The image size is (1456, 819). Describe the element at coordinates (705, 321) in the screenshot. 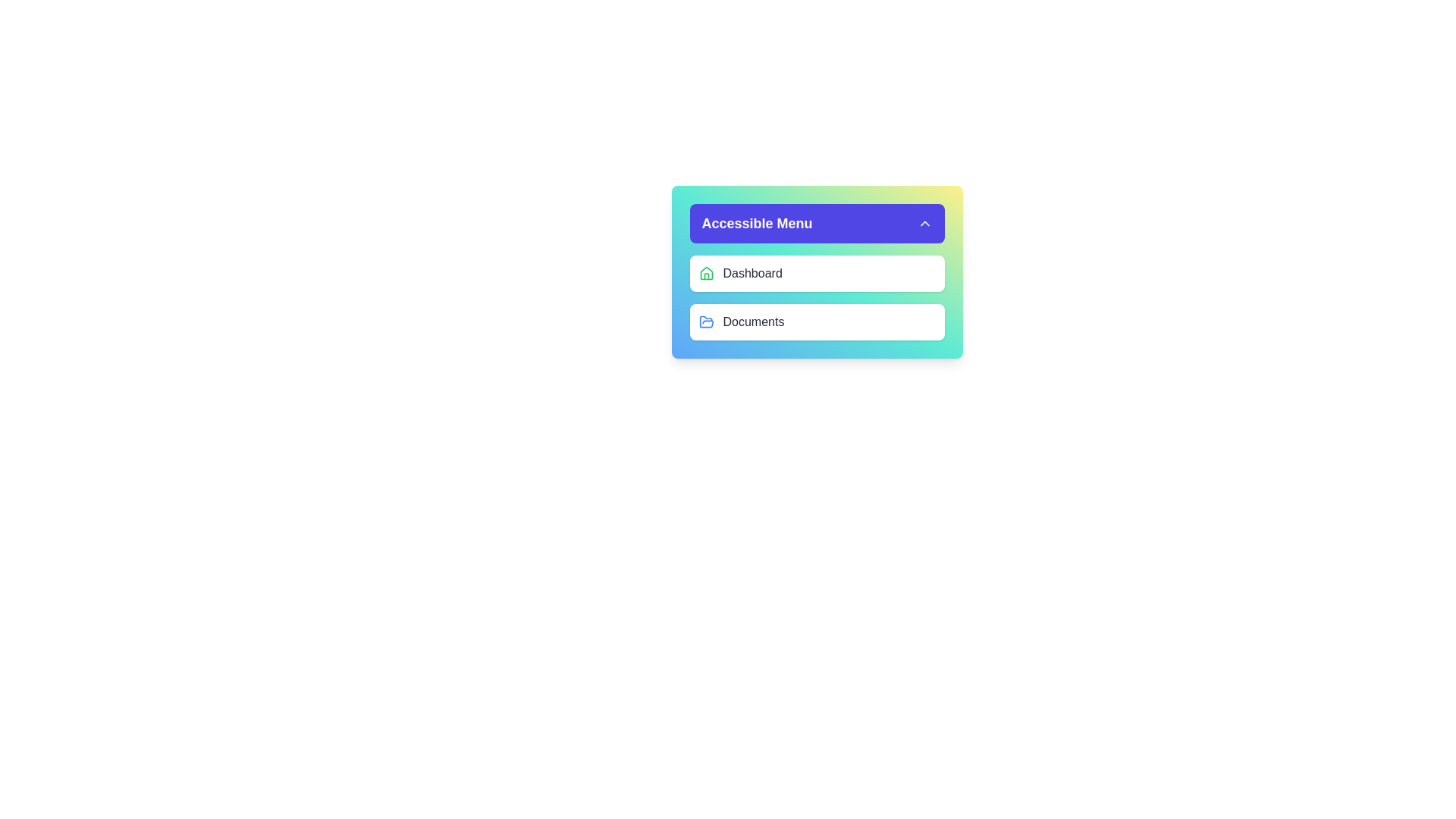

I see `the blue folder icon located to the left of the 'Documents' label within the white rounded rectangular component, which is below the 'Dashboard' entry` at that location.